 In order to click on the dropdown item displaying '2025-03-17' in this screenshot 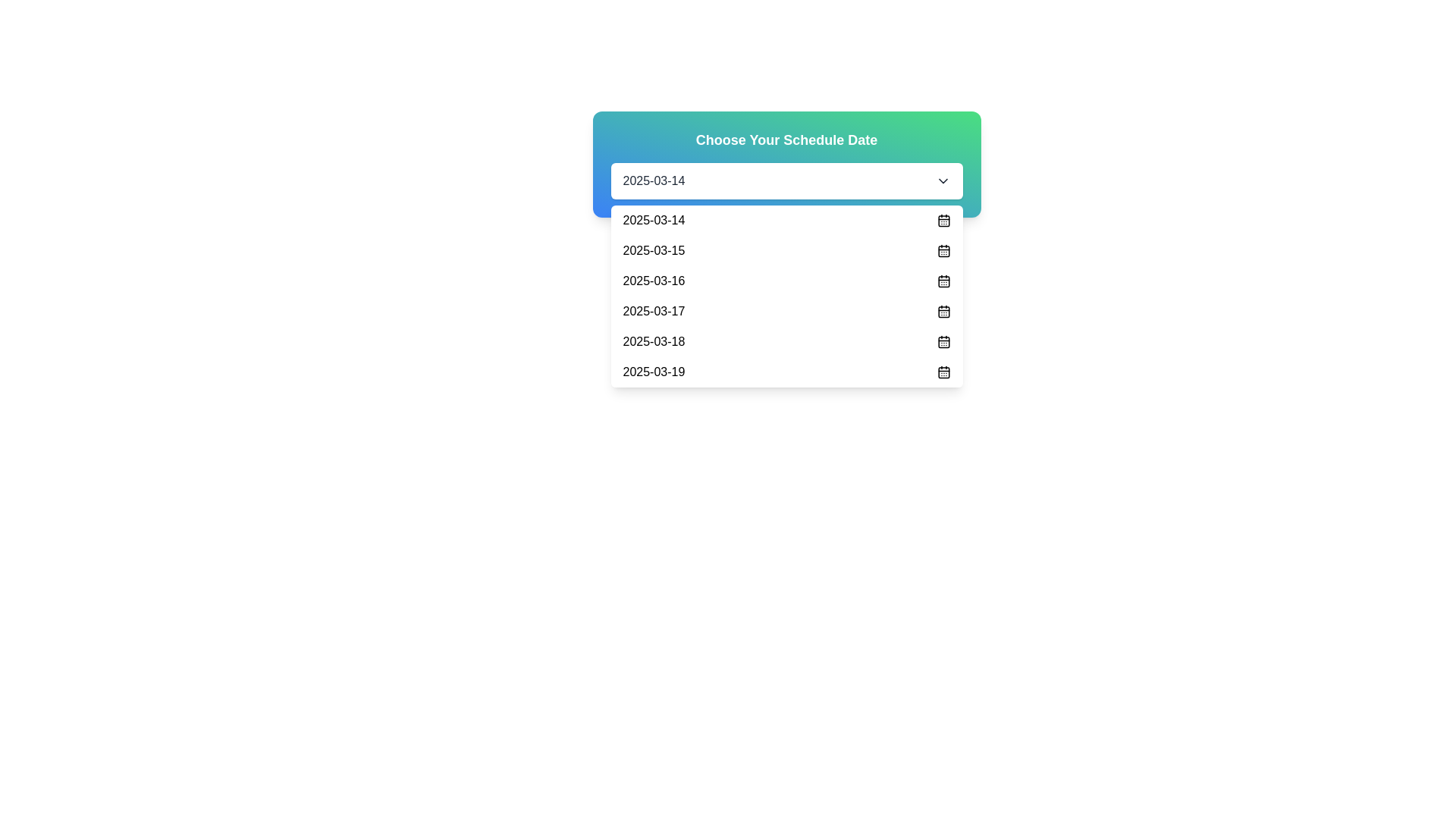, I will do `click(654, 311)`.